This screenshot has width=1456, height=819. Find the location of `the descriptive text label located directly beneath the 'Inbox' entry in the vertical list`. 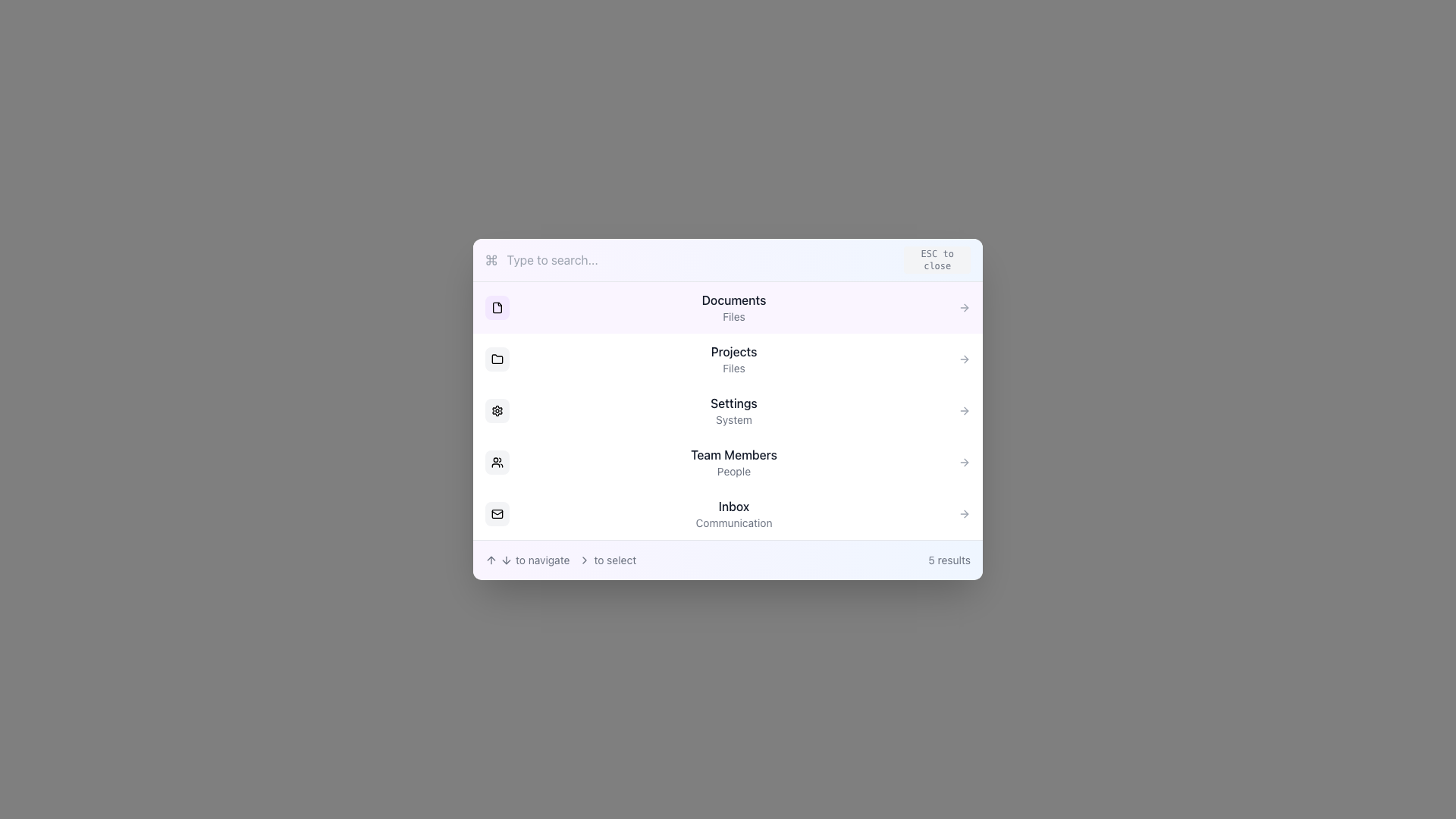

the descriptive text label located directly beneath the 'Inbox' entry in the vertical list is located at coordinates (734, 522).